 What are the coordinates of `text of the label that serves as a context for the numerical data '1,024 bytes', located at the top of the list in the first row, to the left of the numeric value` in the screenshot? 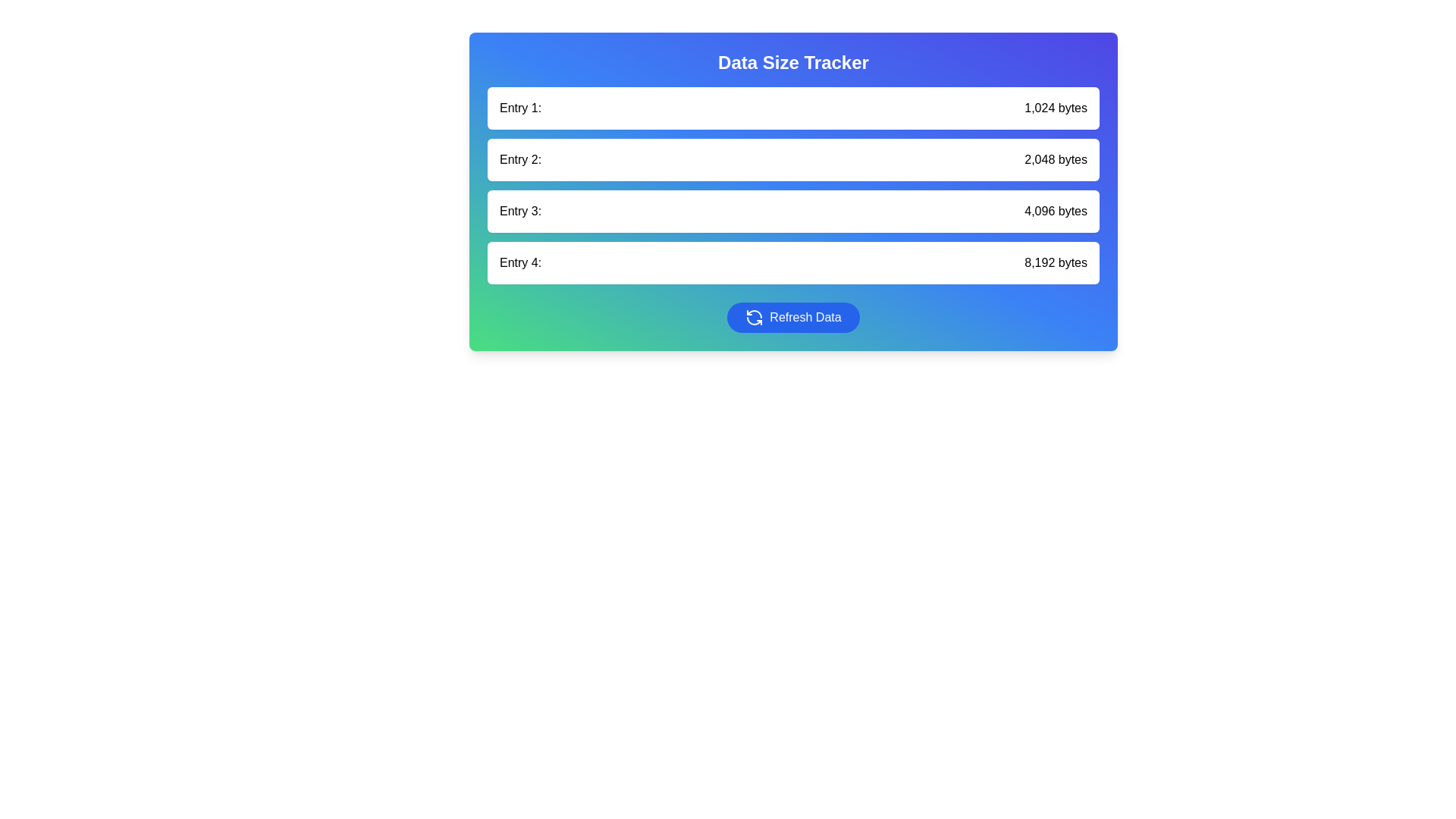 It's located at (520, 107).